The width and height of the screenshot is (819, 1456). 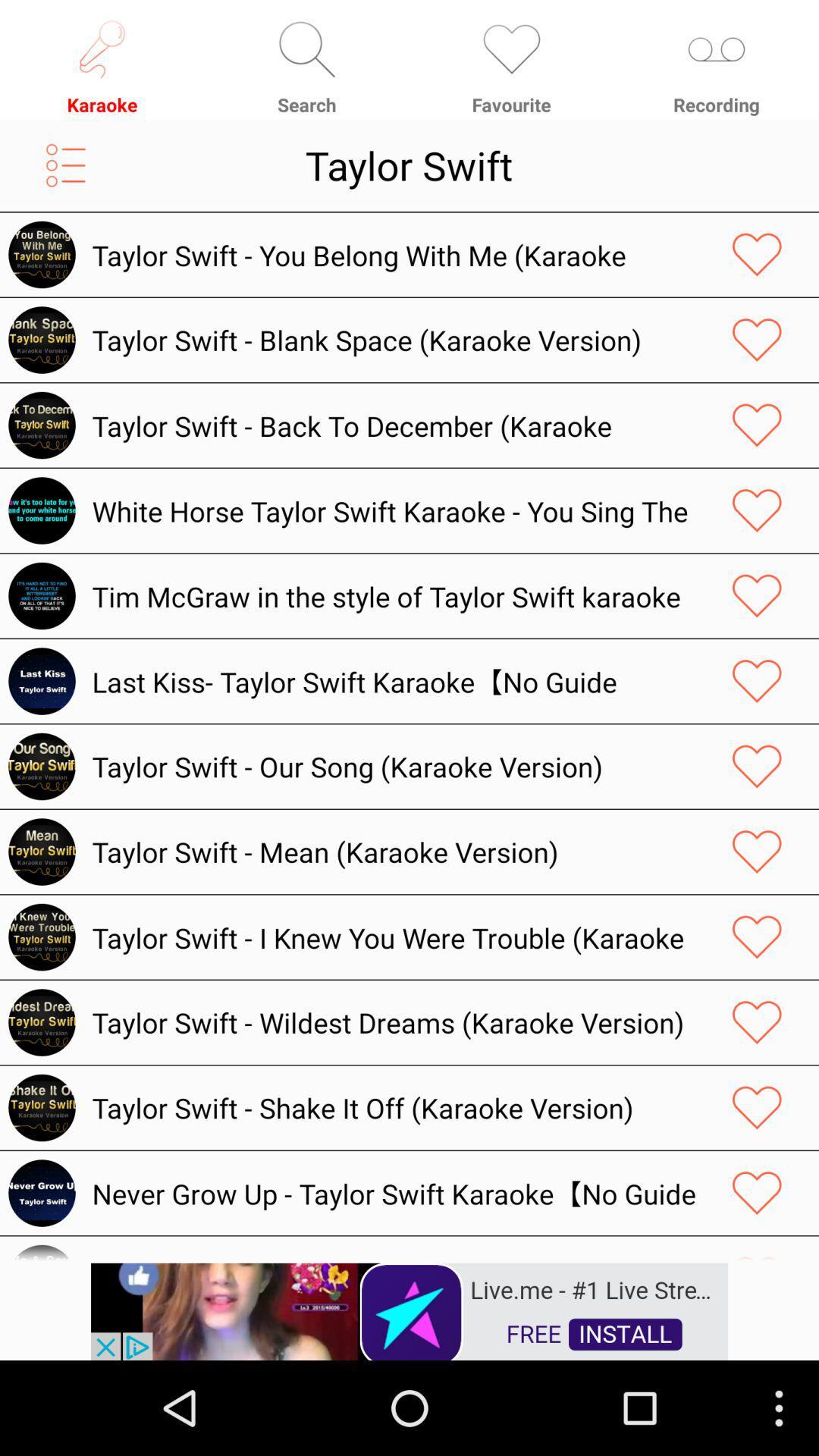 What do you see at coordinates (757, 510) in the screenshot?
I see `it` at bounding box center [757, 510].